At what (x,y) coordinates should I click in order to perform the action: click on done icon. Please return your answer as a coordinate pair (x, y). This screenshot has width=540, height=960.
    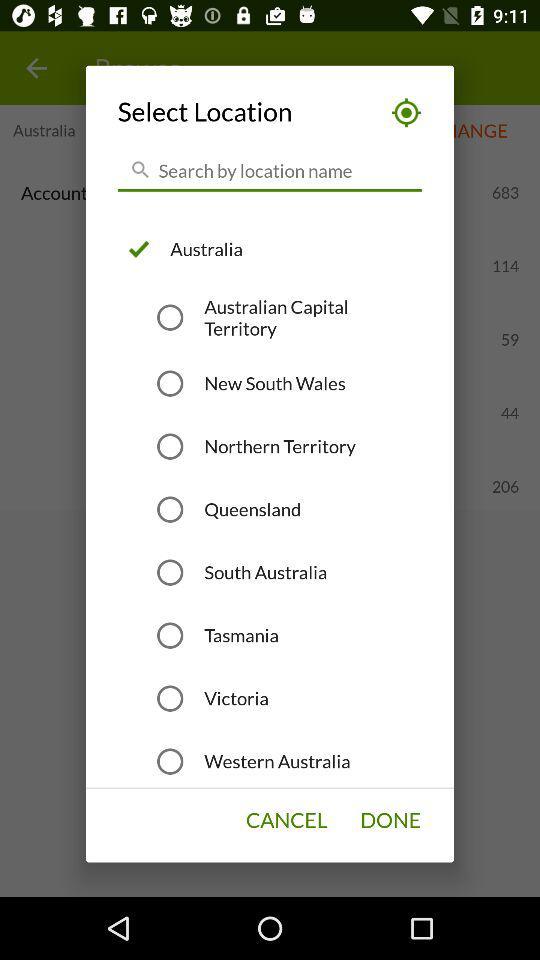
    Looking at the image, I should click on (390, 820).